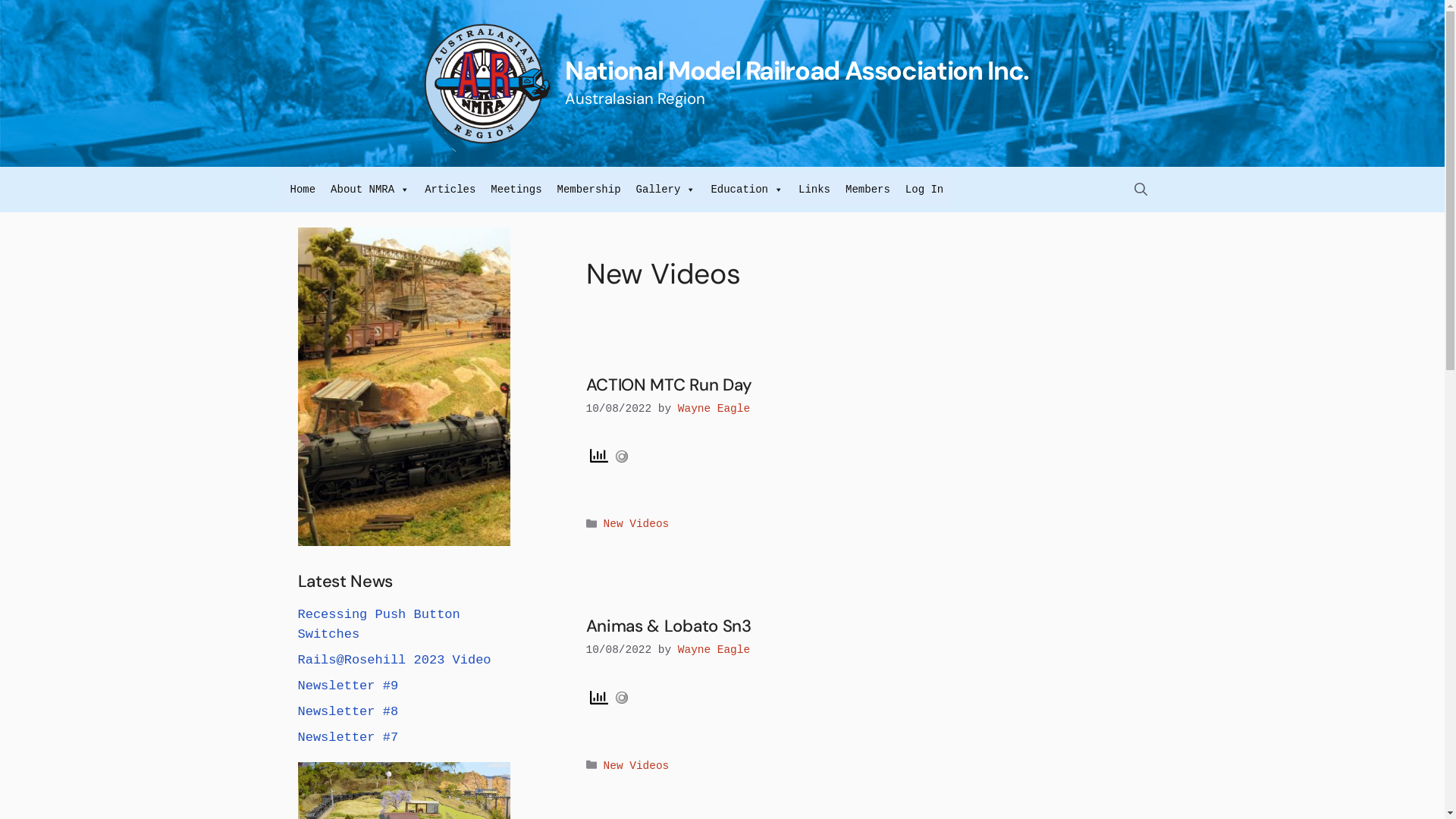 The image size is (1456, 819). What do you see at coordinates (814, 189) in the screenshot?
I see `'Links'` at bounding box center [814, 189].